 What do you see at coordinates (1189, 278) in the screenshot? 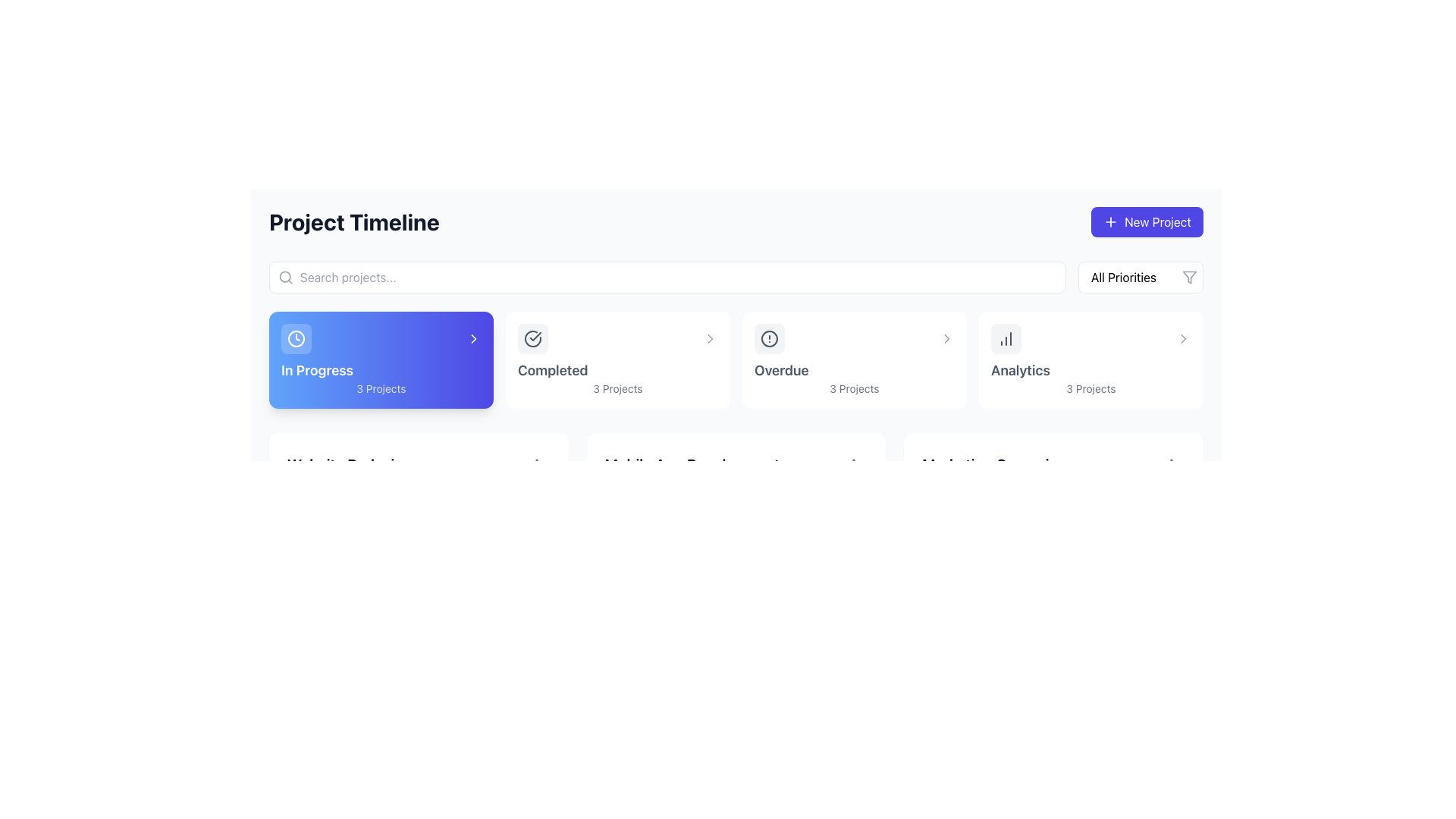
I see `the filtering icon located in the top-right corner of the header bar, next to the 'All Priorities' dropdown` at bounding box center [1189, 278].